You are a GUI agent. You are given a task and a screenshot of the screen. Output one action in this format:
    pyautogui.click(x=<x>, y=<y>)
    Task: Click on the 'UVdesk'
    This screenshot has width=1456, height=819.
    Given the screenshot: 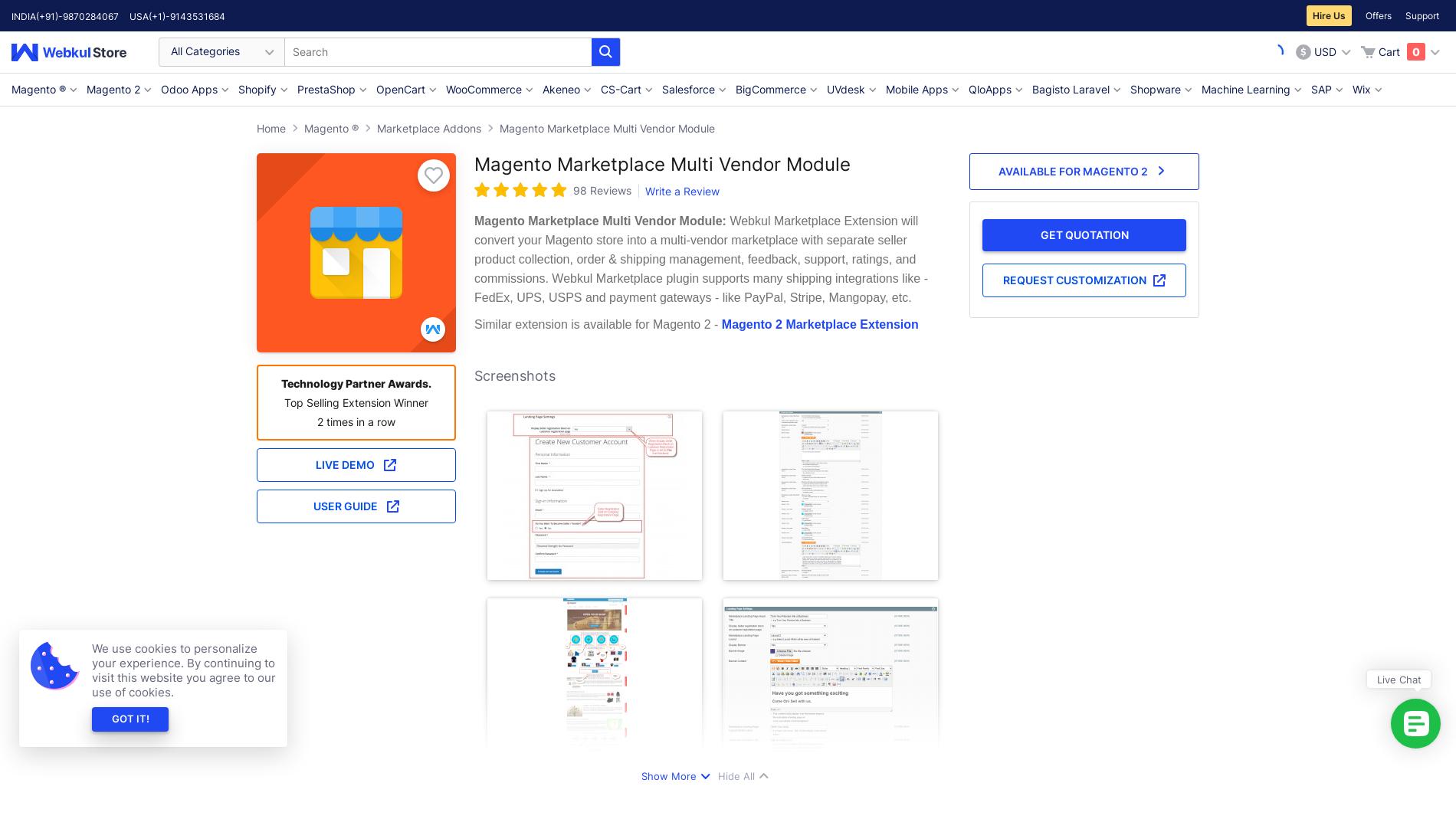 What is the action you would take?
    pyautogui.click(x=846, y=89)
    